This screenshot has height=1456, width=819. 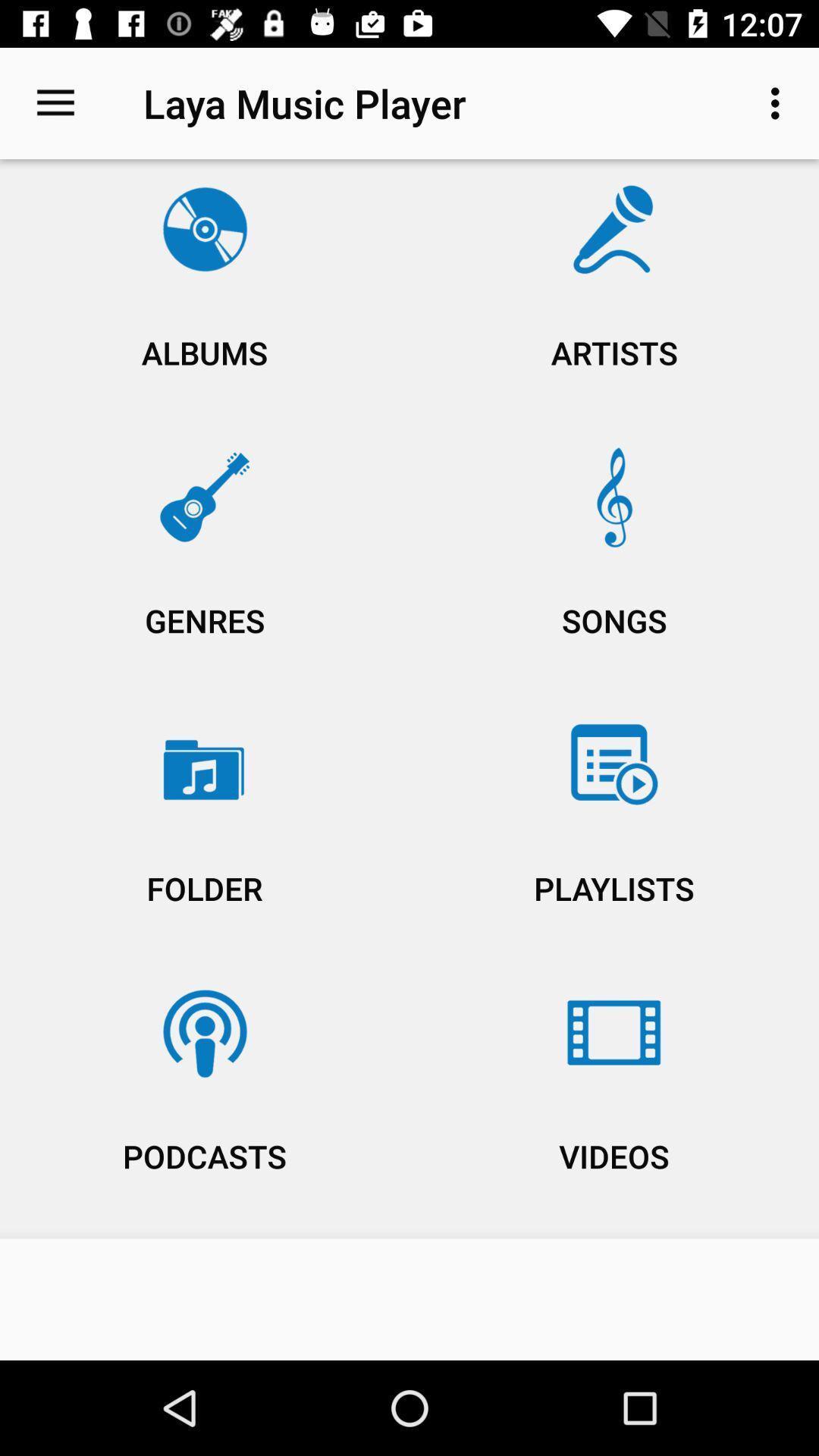 What do you see at coordinates (205, 1100) in the screenshot?
I see `the item next to playlists icon` at bounding box center [205, 1100].